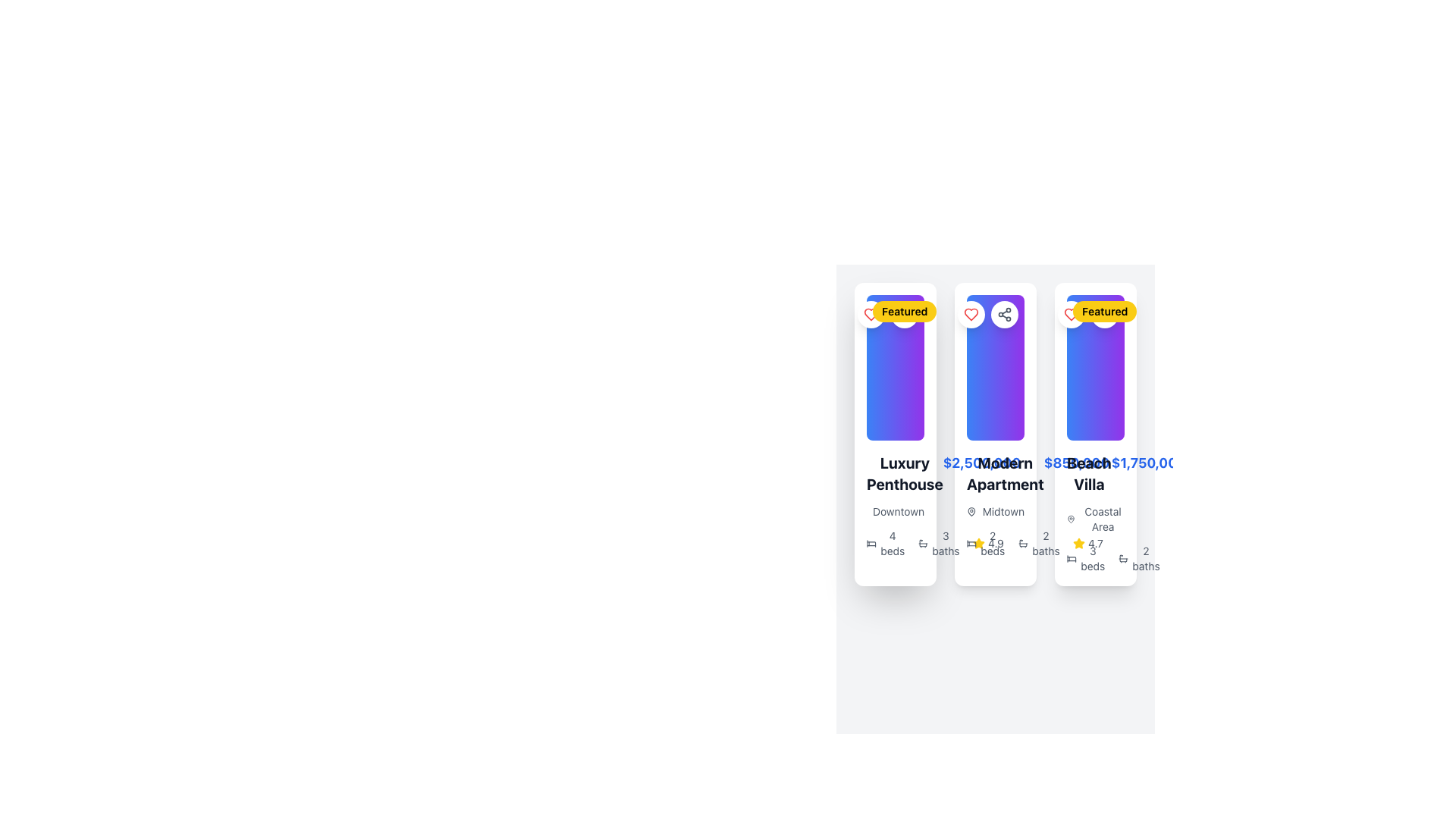 This screenshot has width=1456, height=819. Describe the element at coordinates (1105, 311) in the screenshot. I see `the yellow elliptical badge labeled 'Featured' at the top-left corner of the 'Beach Villa' property card` at that location.